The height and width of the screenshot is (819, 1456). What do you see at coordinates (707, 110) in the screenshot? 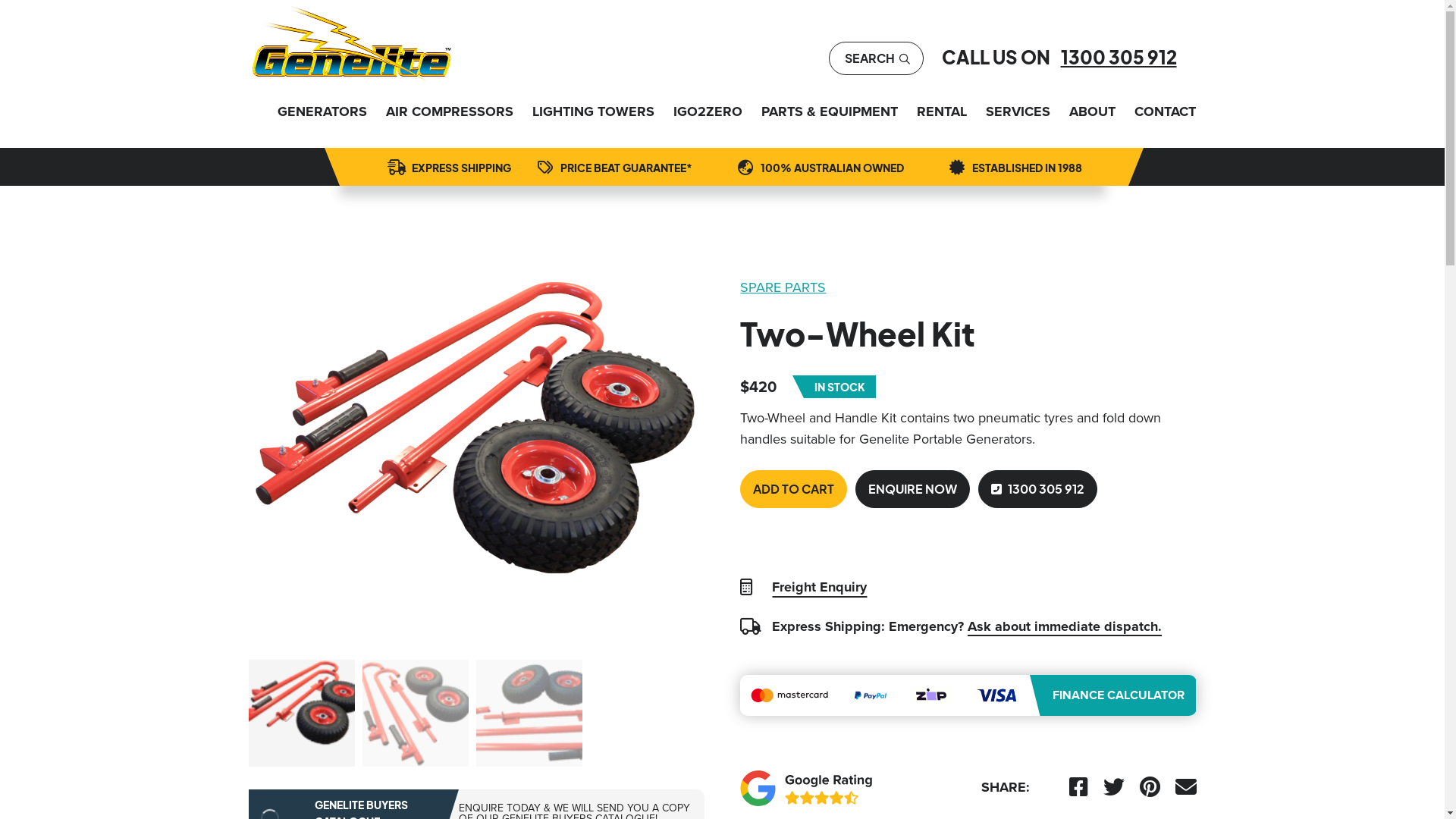
I see `'IGO2ZERO'` at bounding box center [707, 110].